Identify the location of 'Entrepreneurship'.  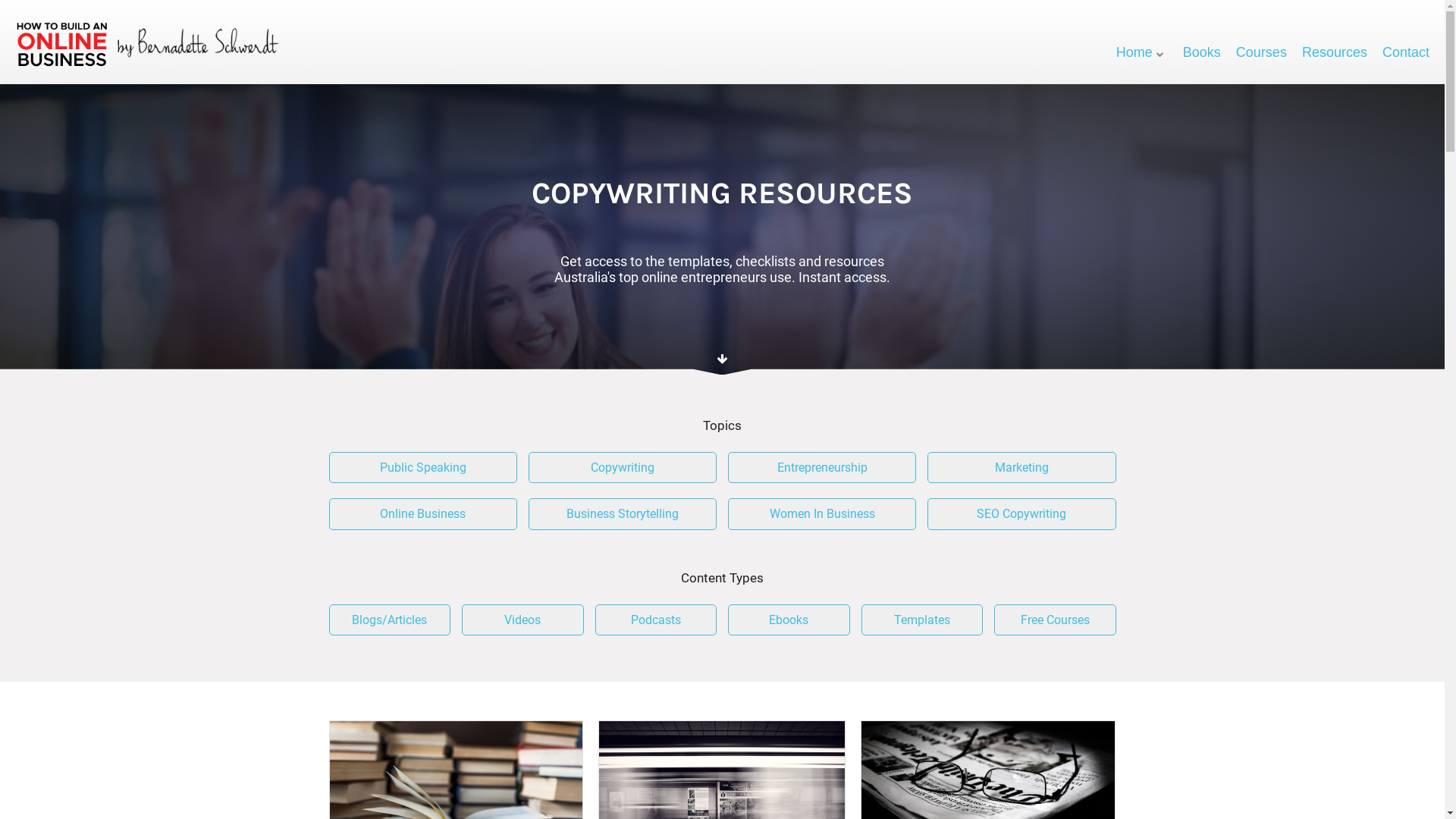
(728, 467).